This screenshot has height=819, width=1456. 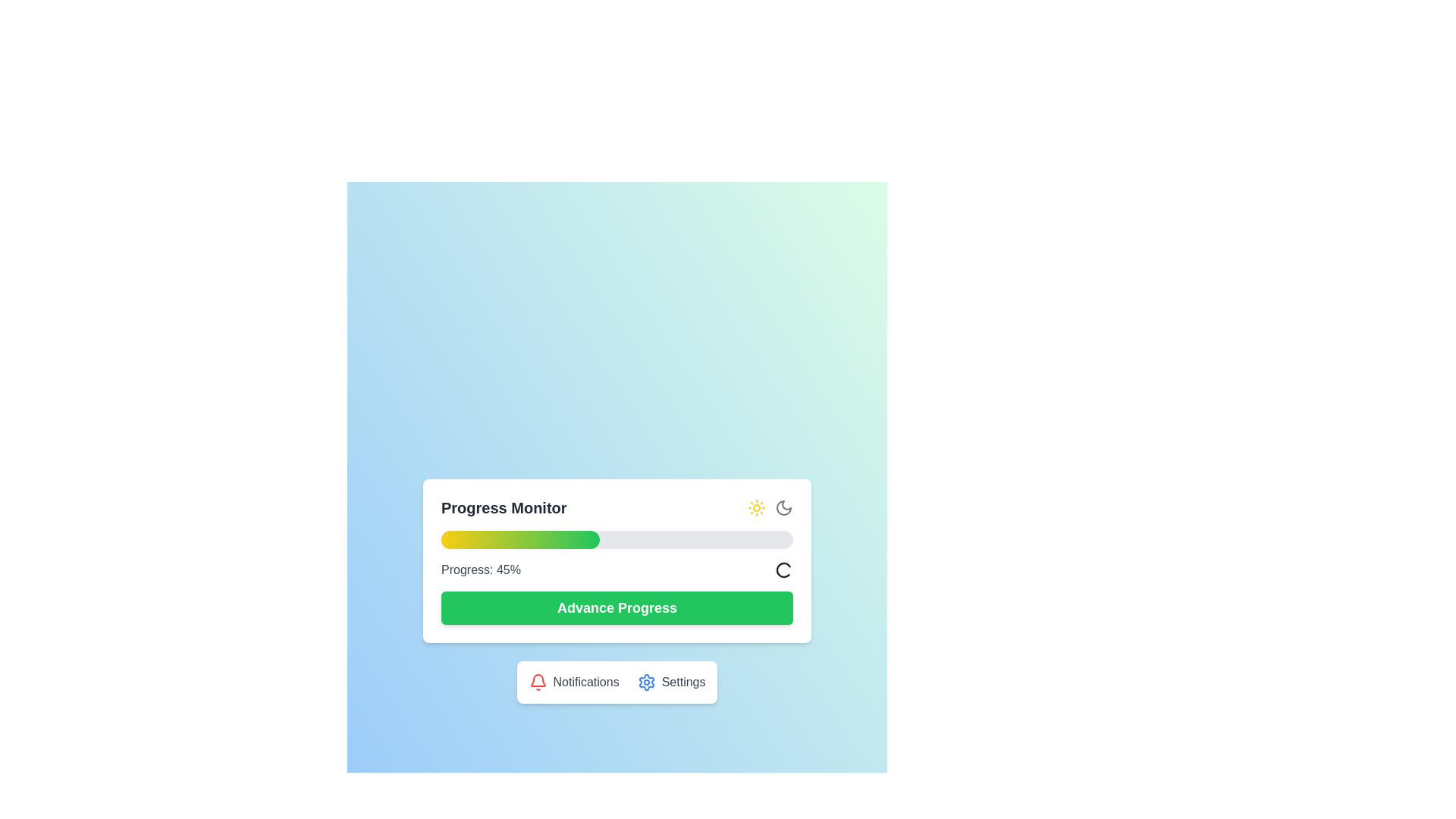 I want to click on the 'Notifications' text label, which is styled in gray and located next to a red bell icon, positioned below the 'Advance Progress' button, so click(x=585, y=681).